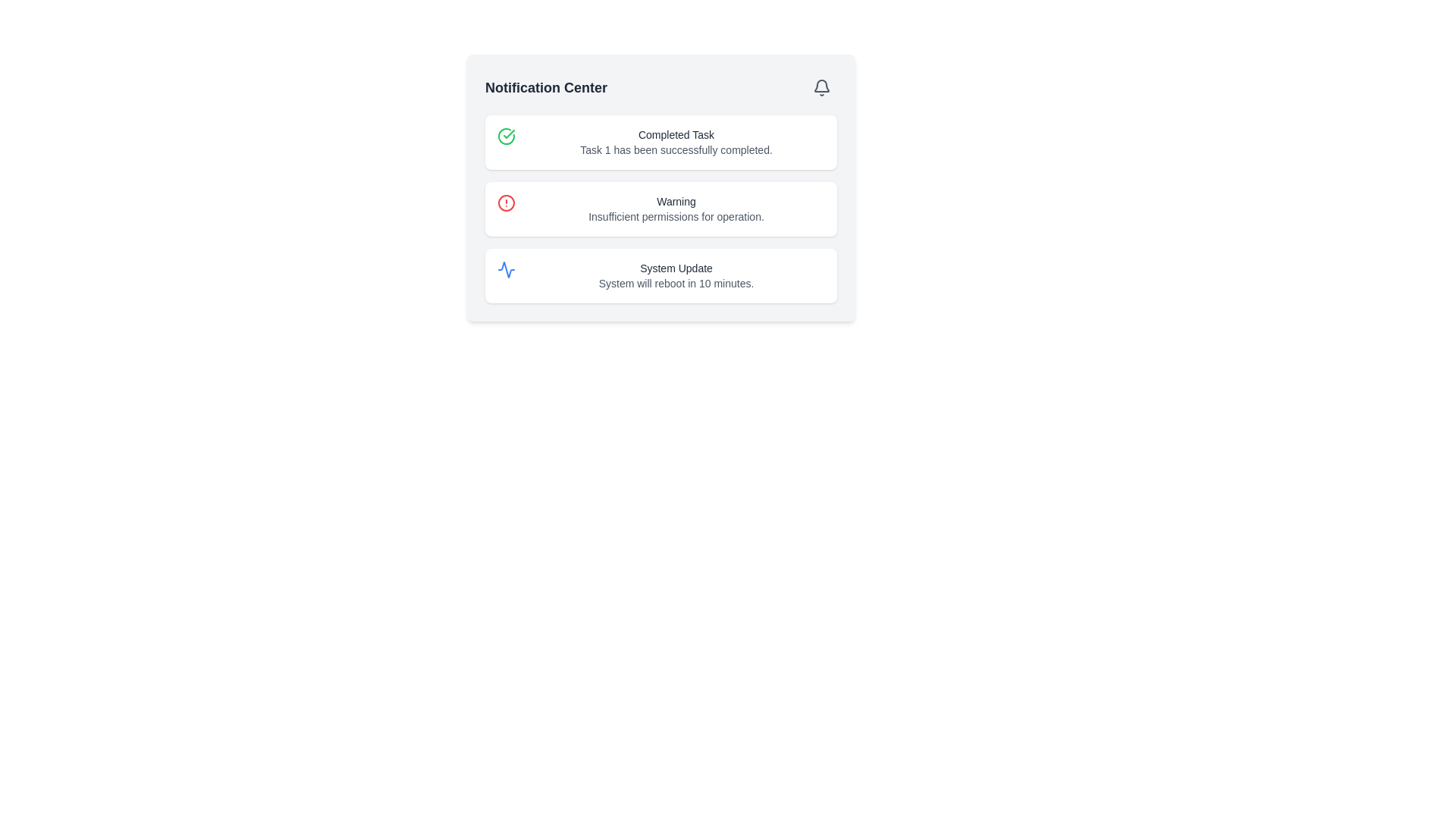  Describe the element at coordinates (676, 209) in the screenshot. I see `the Notification panel item titled 'Warning' with the message 'Insufficient permissions for operation.' in the Notification Center` at that location.